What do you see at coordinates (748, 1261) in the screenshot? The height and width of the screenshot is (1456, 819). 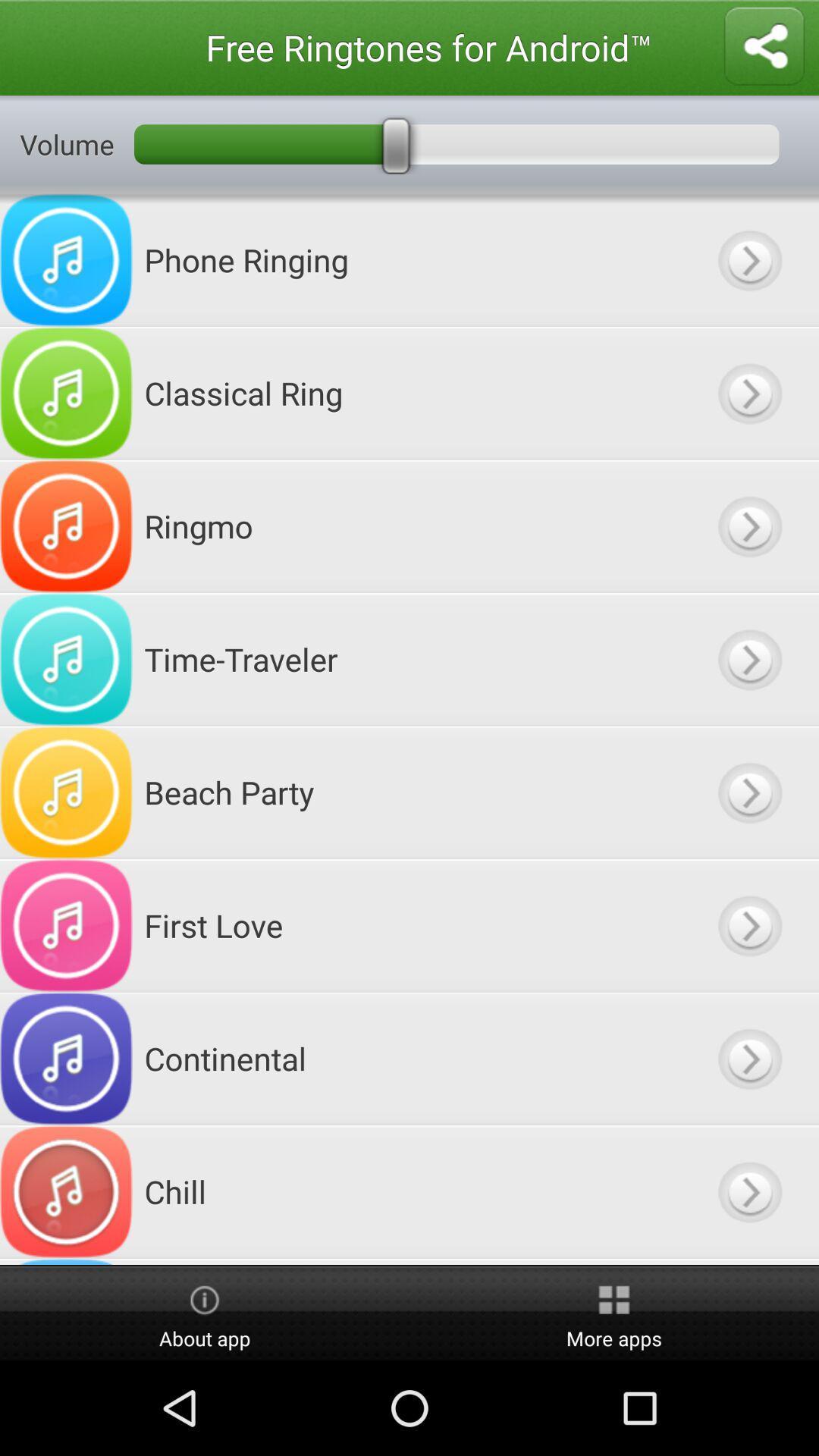 I see `show more` at bounding box center [748, 1261].